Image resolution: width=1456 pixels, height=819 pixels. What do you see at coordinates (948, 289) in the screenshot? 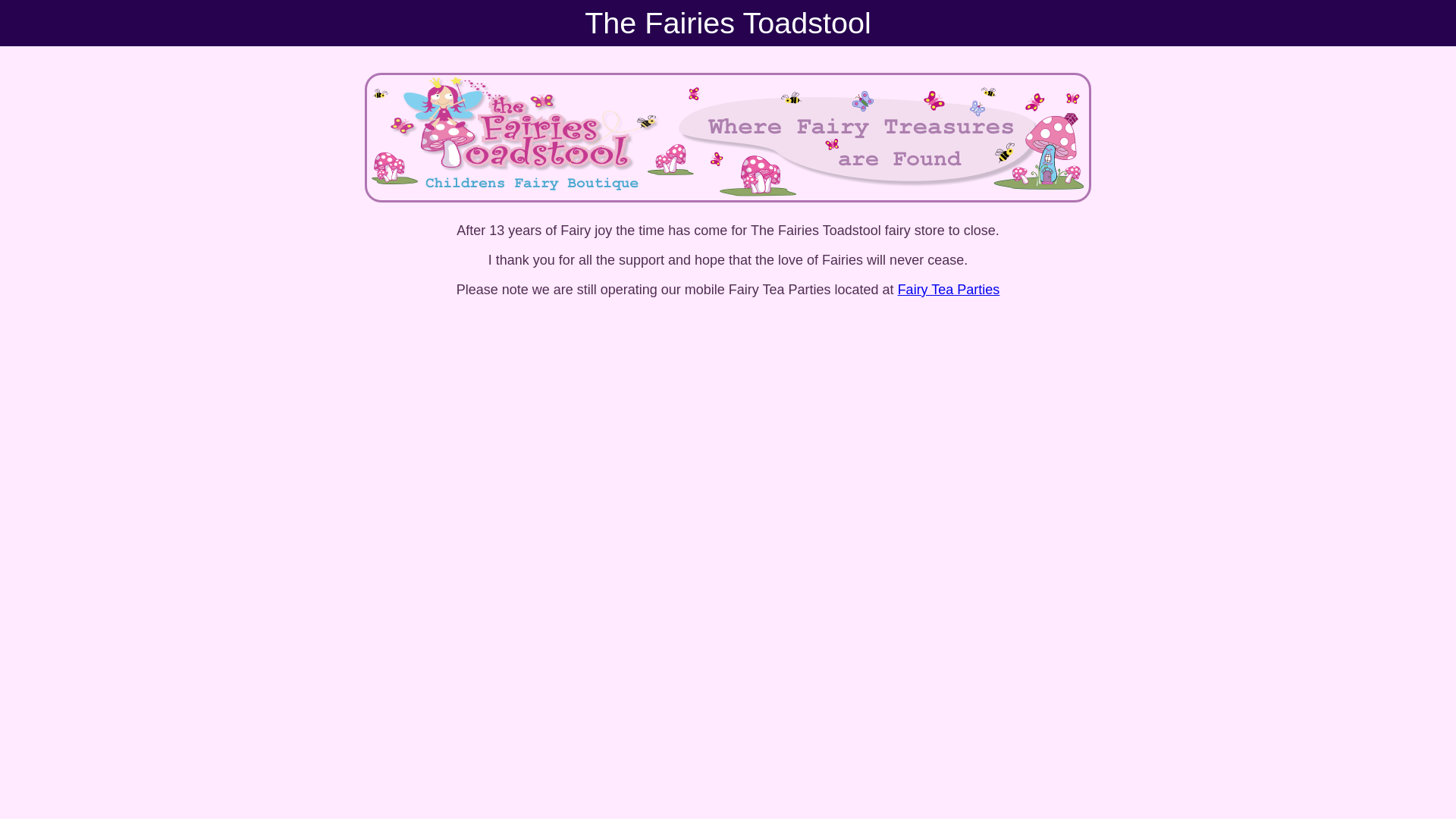
I see `'Fairy Tea Parties'` at bounding box center [948, 289].